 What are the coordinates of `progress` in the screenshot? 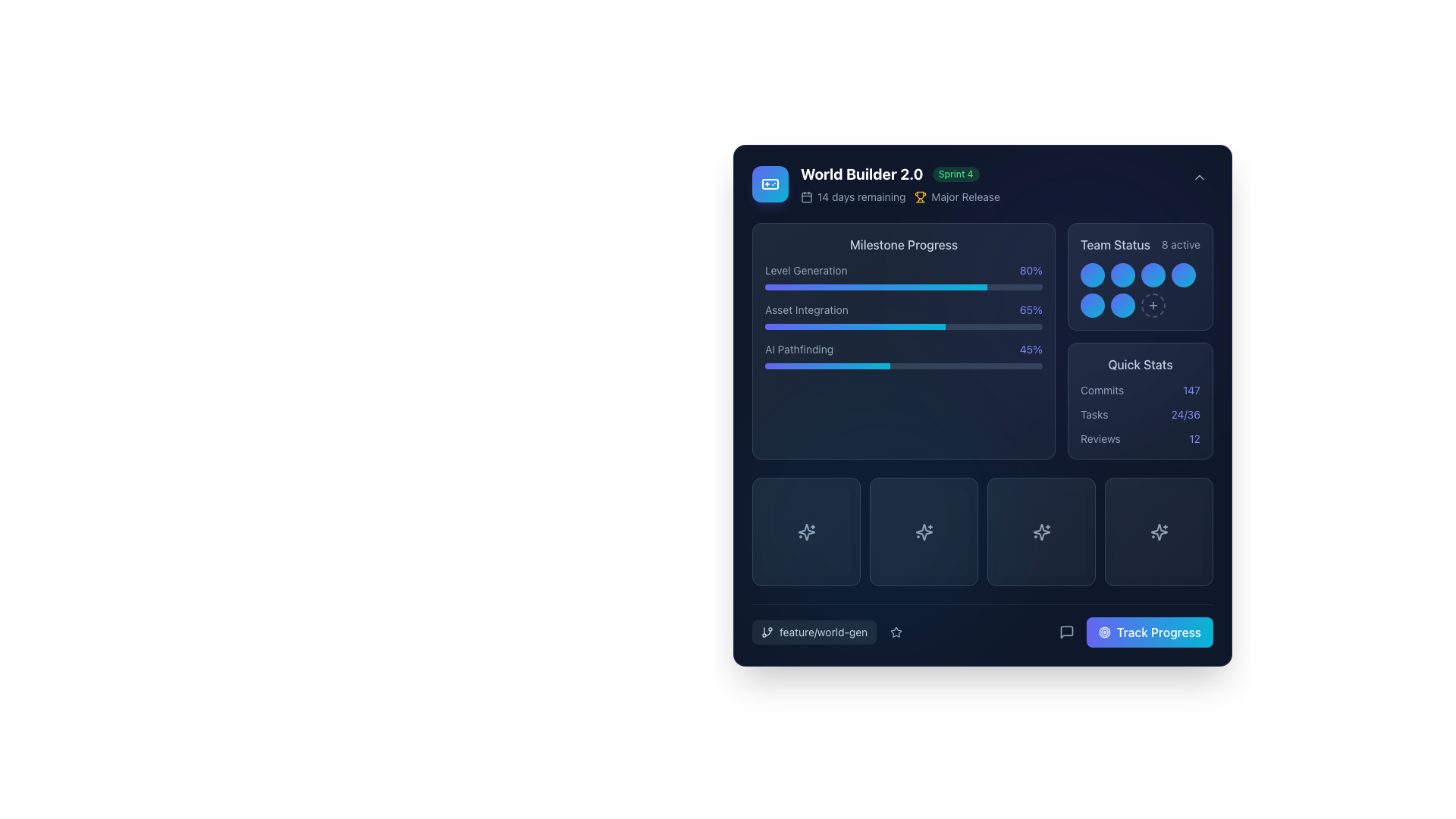 It's located at (917, 287).